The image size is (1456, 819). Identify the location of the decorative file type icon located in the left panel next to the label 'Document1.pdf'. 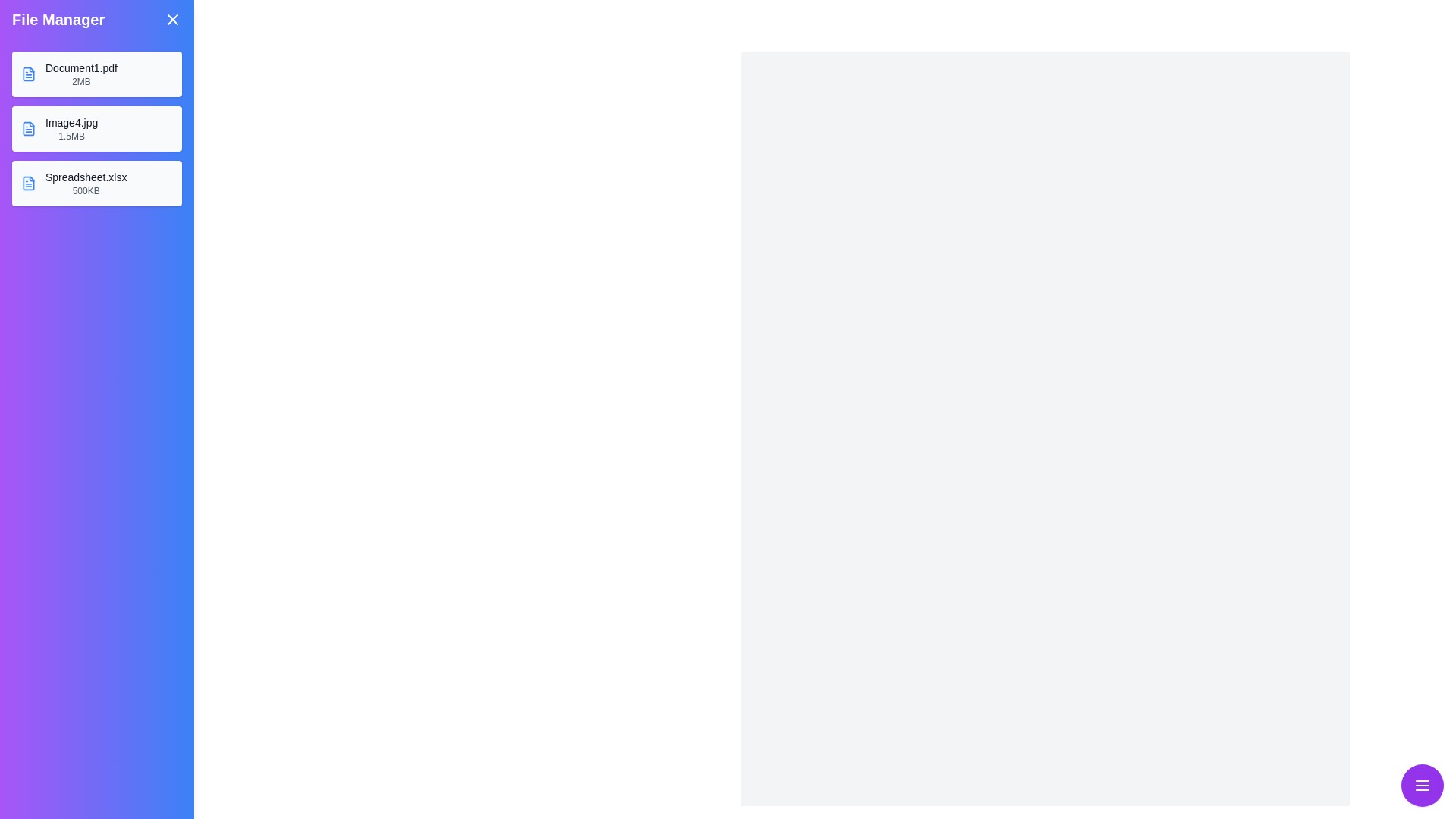
(29, 183).